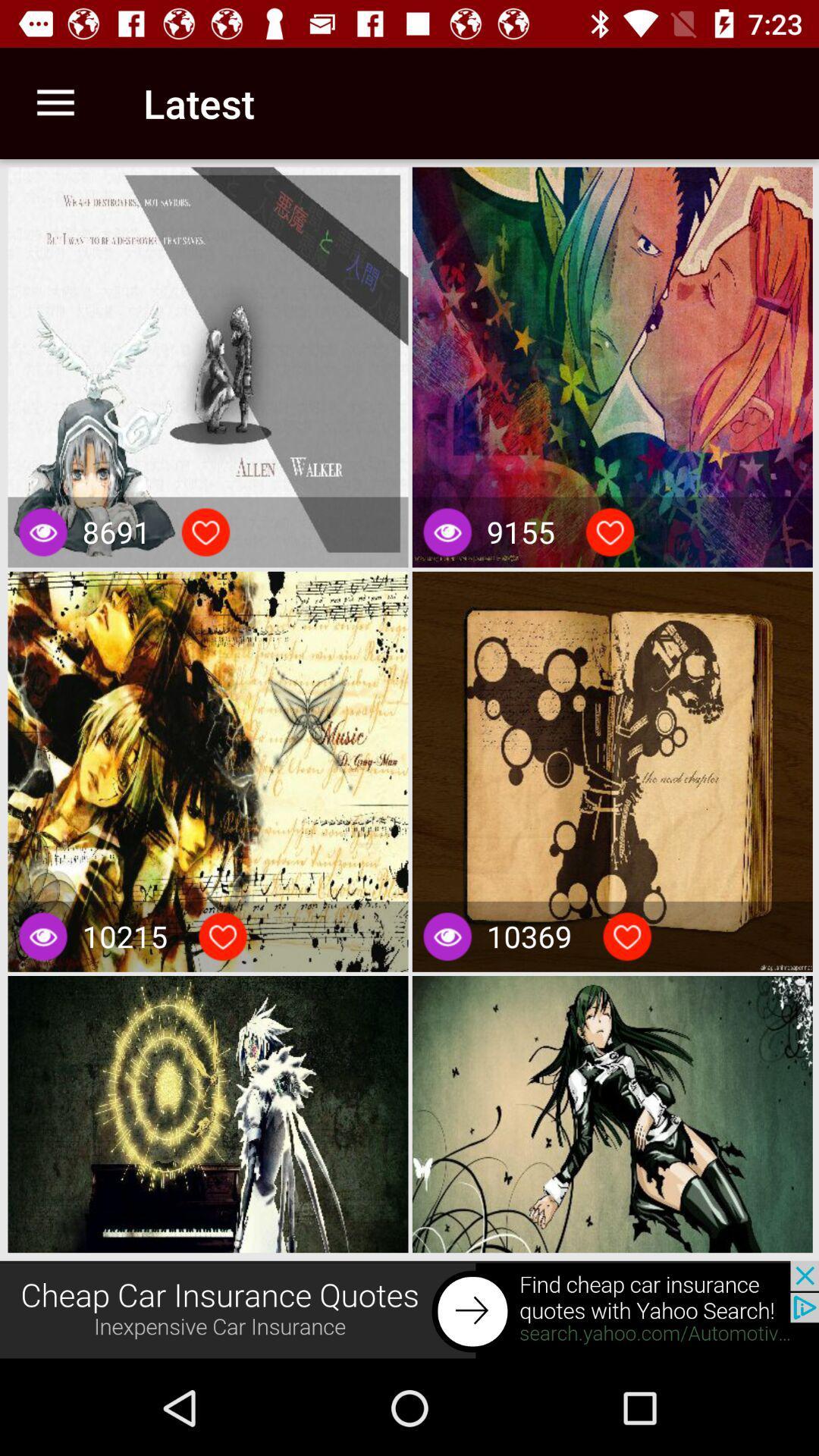  I want to click on like post, so click(609, 532).